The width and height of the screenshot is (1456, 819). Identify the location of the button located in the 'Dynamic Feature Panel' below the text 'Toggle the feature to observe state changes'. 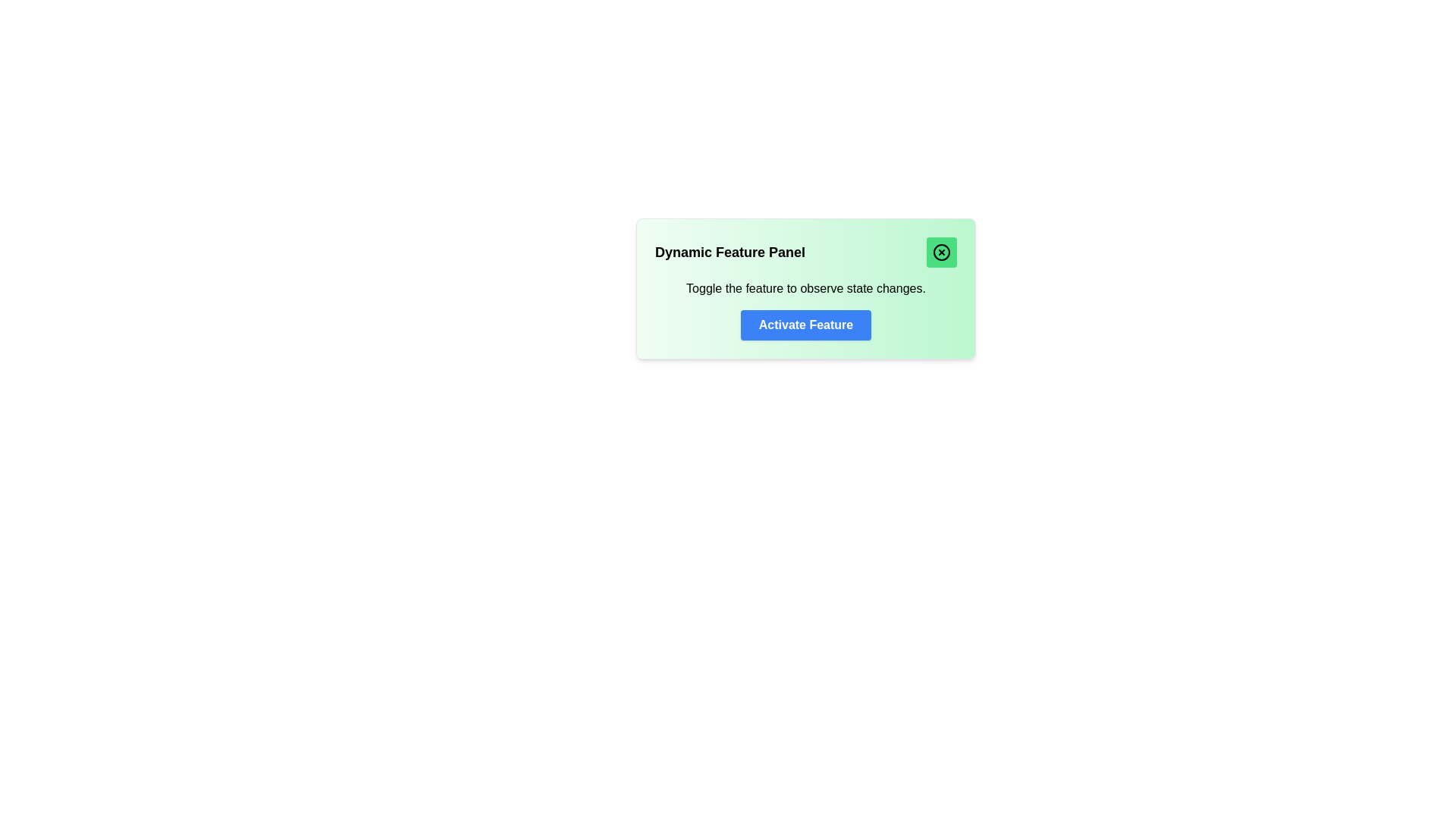
(805, 324).